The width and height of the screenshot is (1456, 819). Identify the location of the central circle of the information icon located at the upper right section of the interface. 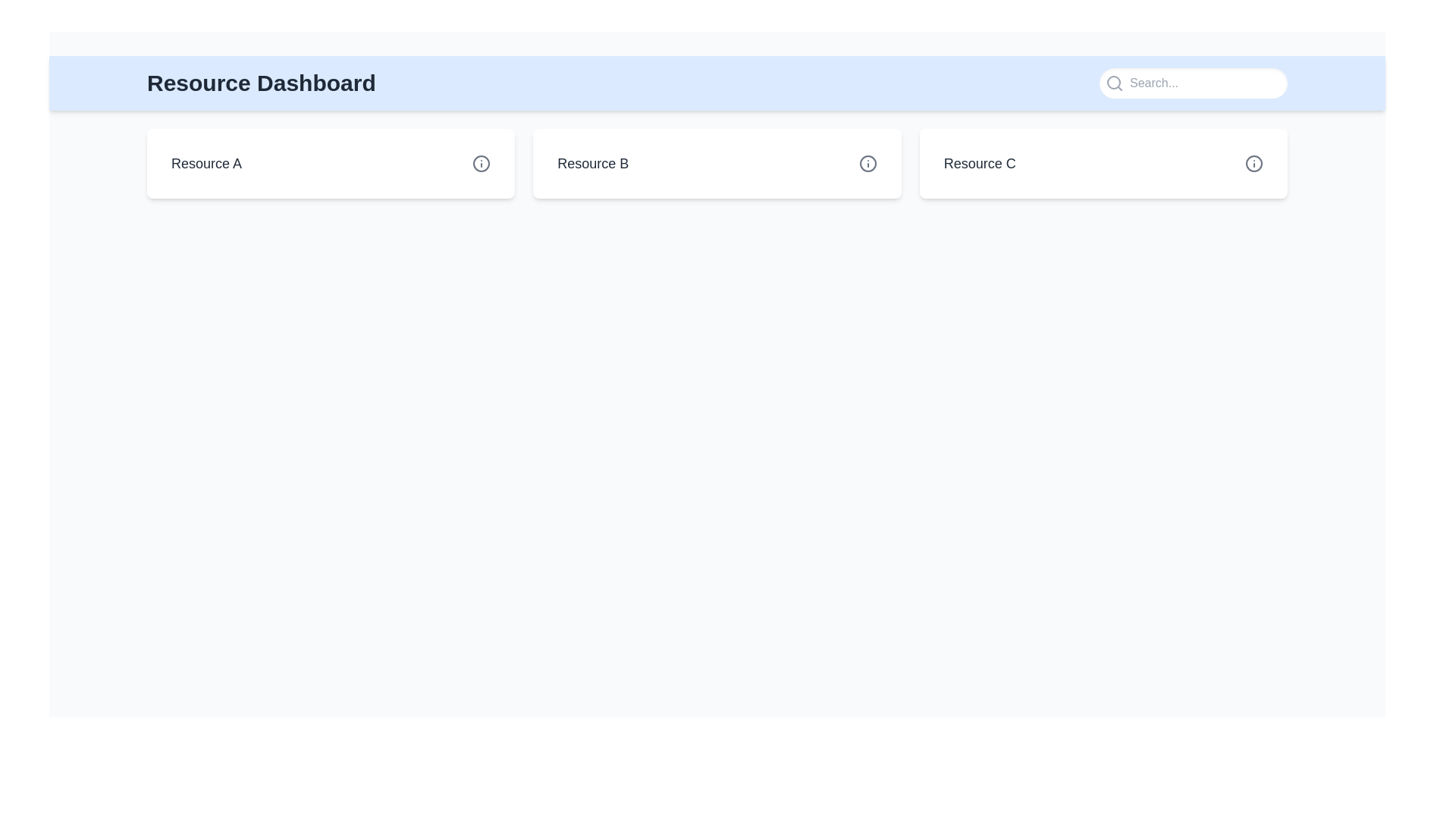
(1254, 164).